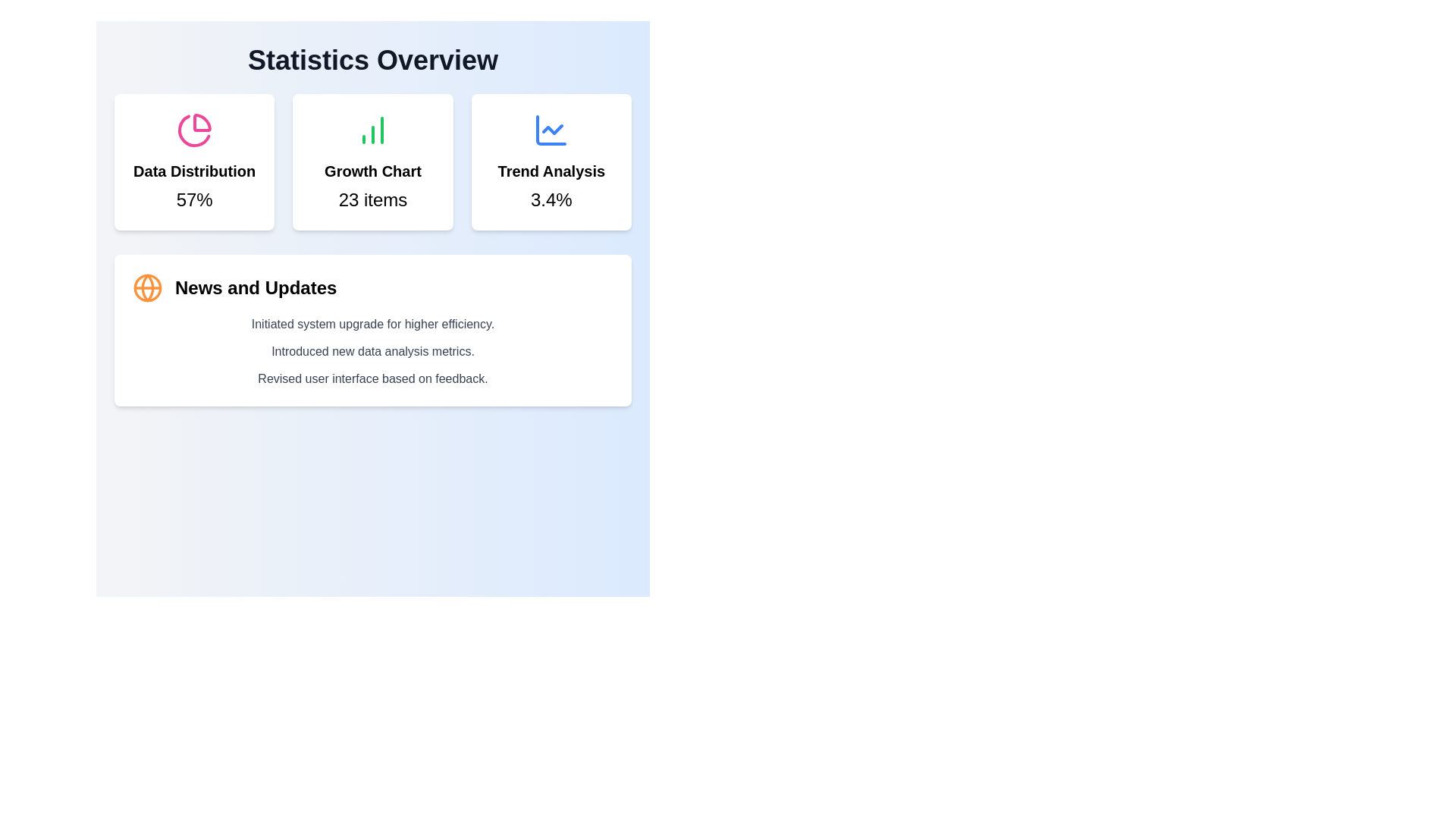 The width and height of the screenshot is (1456, 819). I want to click on the context of the Text header located centrally within the middle card, positioned above the '23 items' text, so click(372, 171).